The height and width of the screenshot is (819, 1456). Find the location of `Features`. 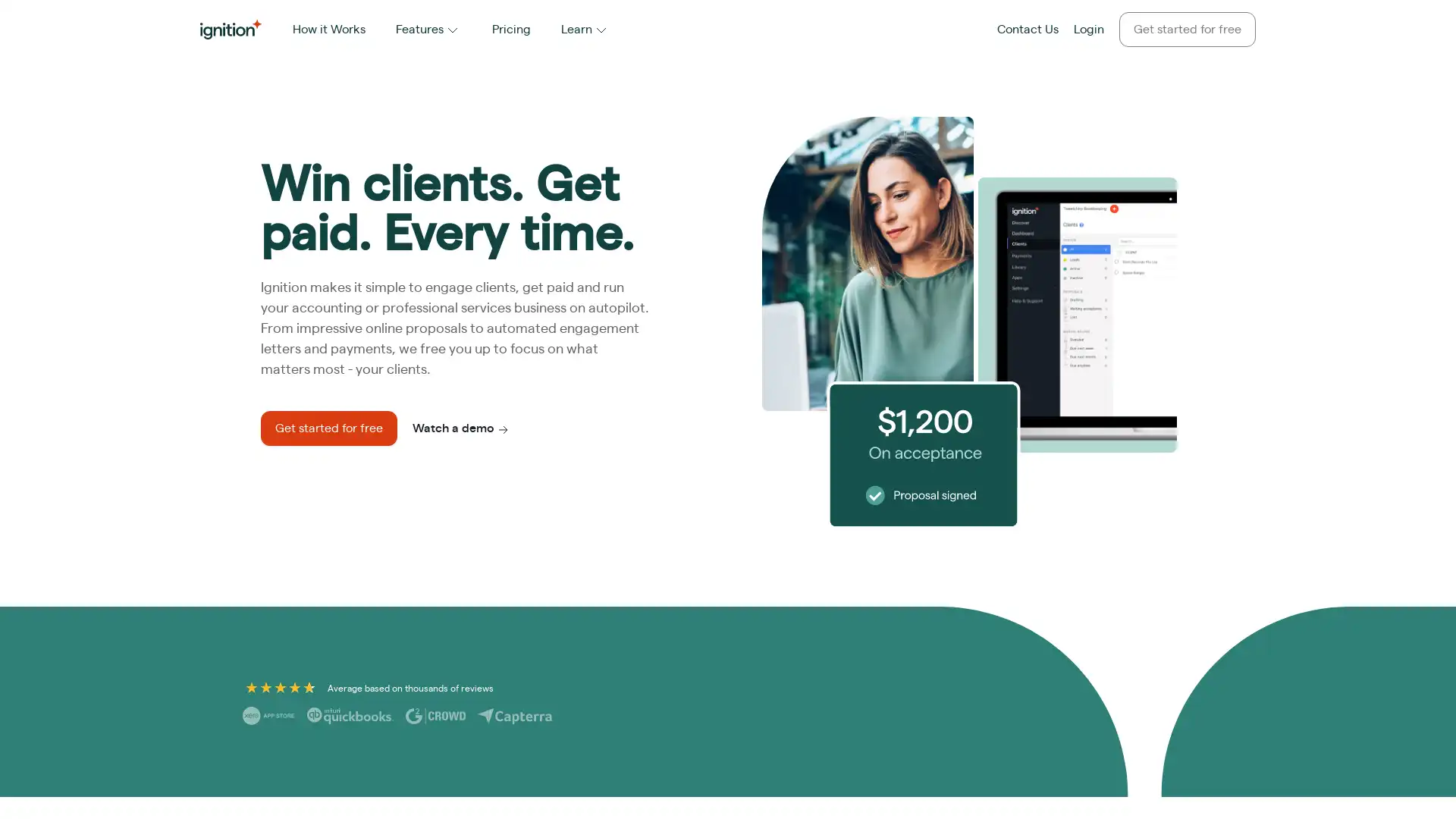

Features is located at coordinates (428, 29).